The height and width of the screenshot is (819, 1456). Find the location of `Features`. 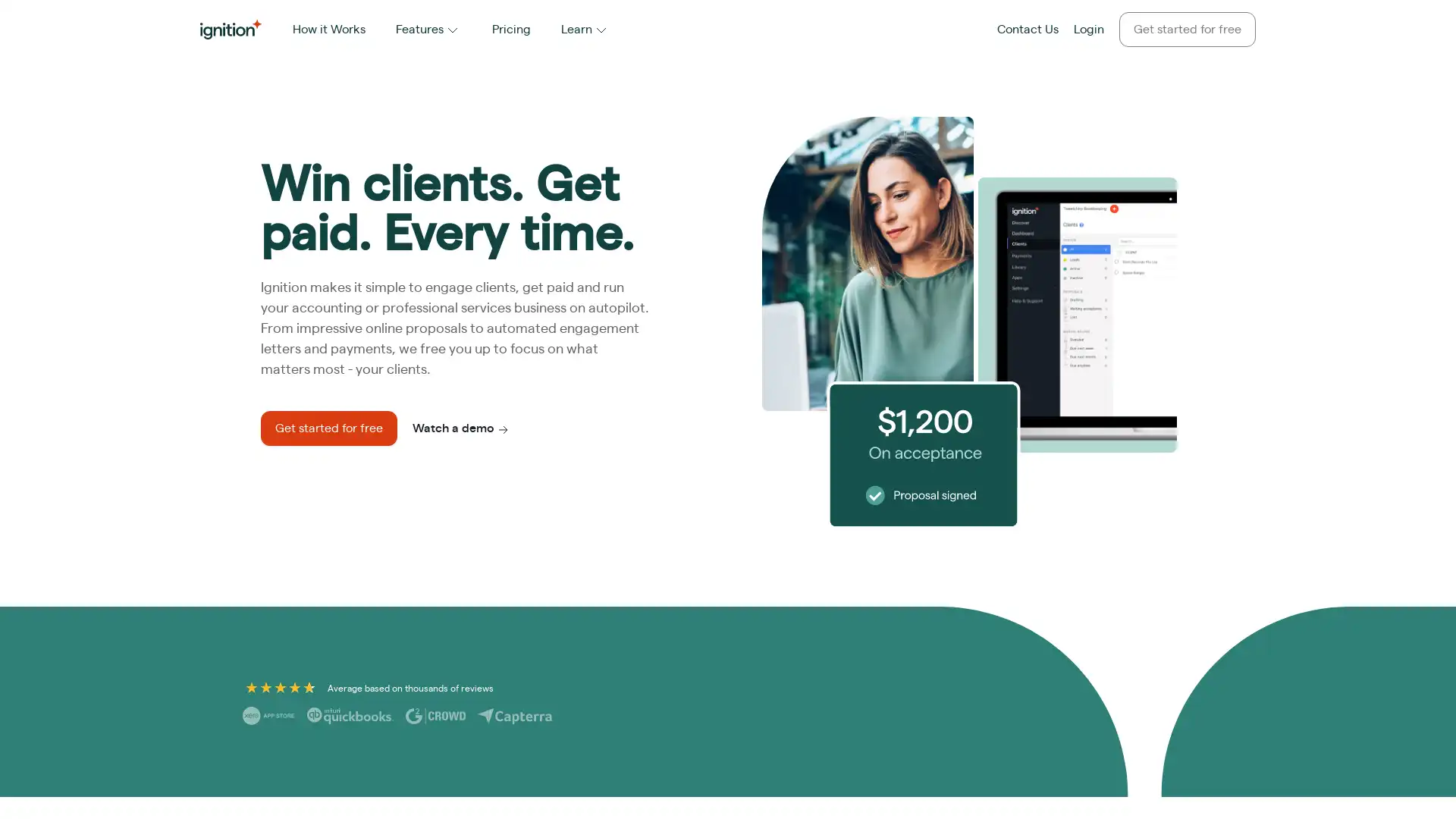

Features is located at coordinates (428, 29).